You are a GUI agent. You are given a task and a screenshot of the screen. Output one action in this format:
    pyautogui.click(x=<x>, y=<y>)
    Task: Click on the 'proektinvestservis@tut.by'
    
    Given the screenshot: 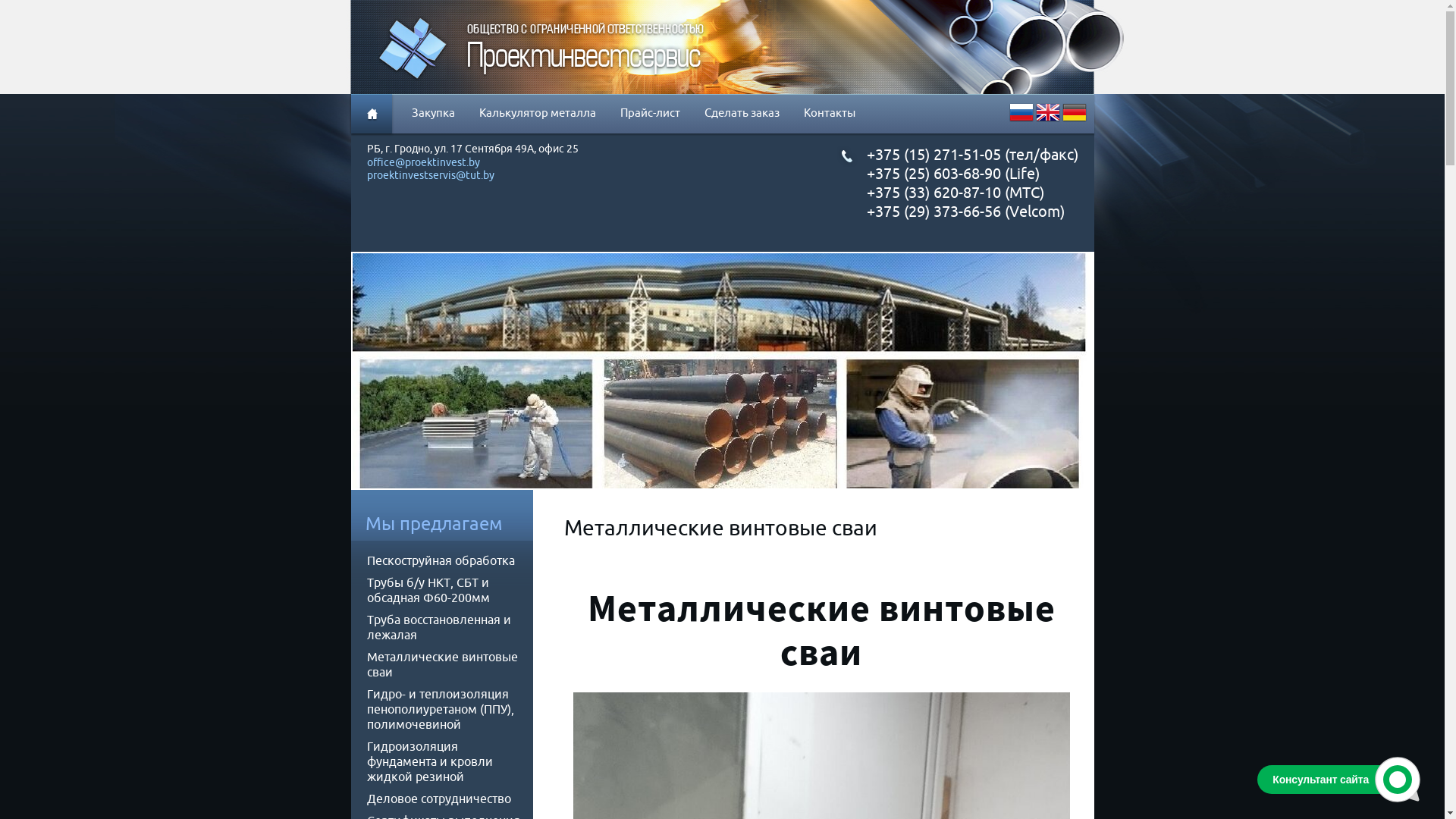 What is the action you would take?
    pyautogui.click(x=429, y=174)
    